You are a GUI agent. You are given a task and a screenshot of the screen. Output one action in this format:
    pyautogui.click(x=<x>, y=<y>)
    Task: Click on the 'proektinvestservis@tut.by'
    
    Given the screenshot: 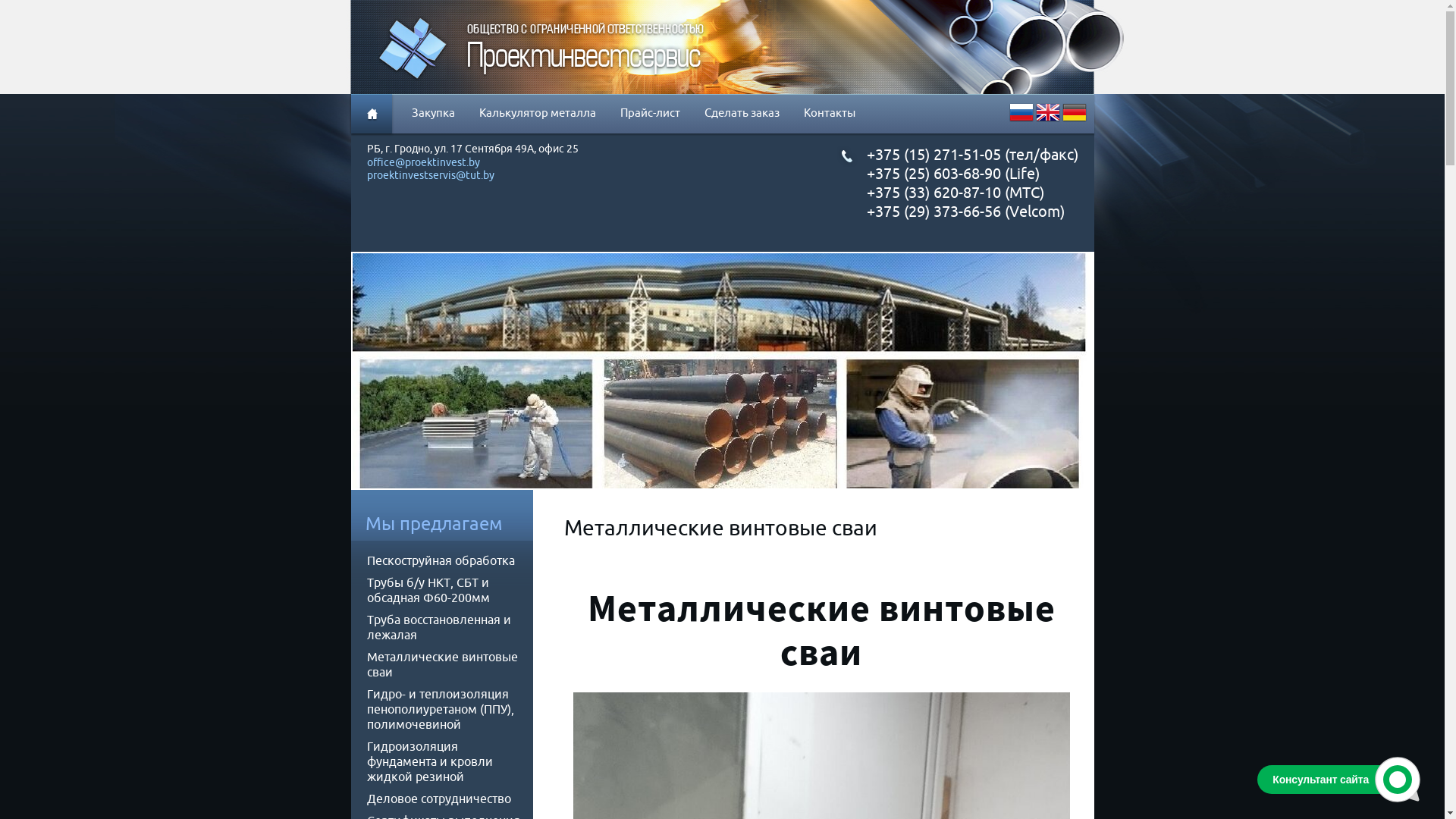 What is the action you would take?
    pyautogui.click(x=429, y=174)
    